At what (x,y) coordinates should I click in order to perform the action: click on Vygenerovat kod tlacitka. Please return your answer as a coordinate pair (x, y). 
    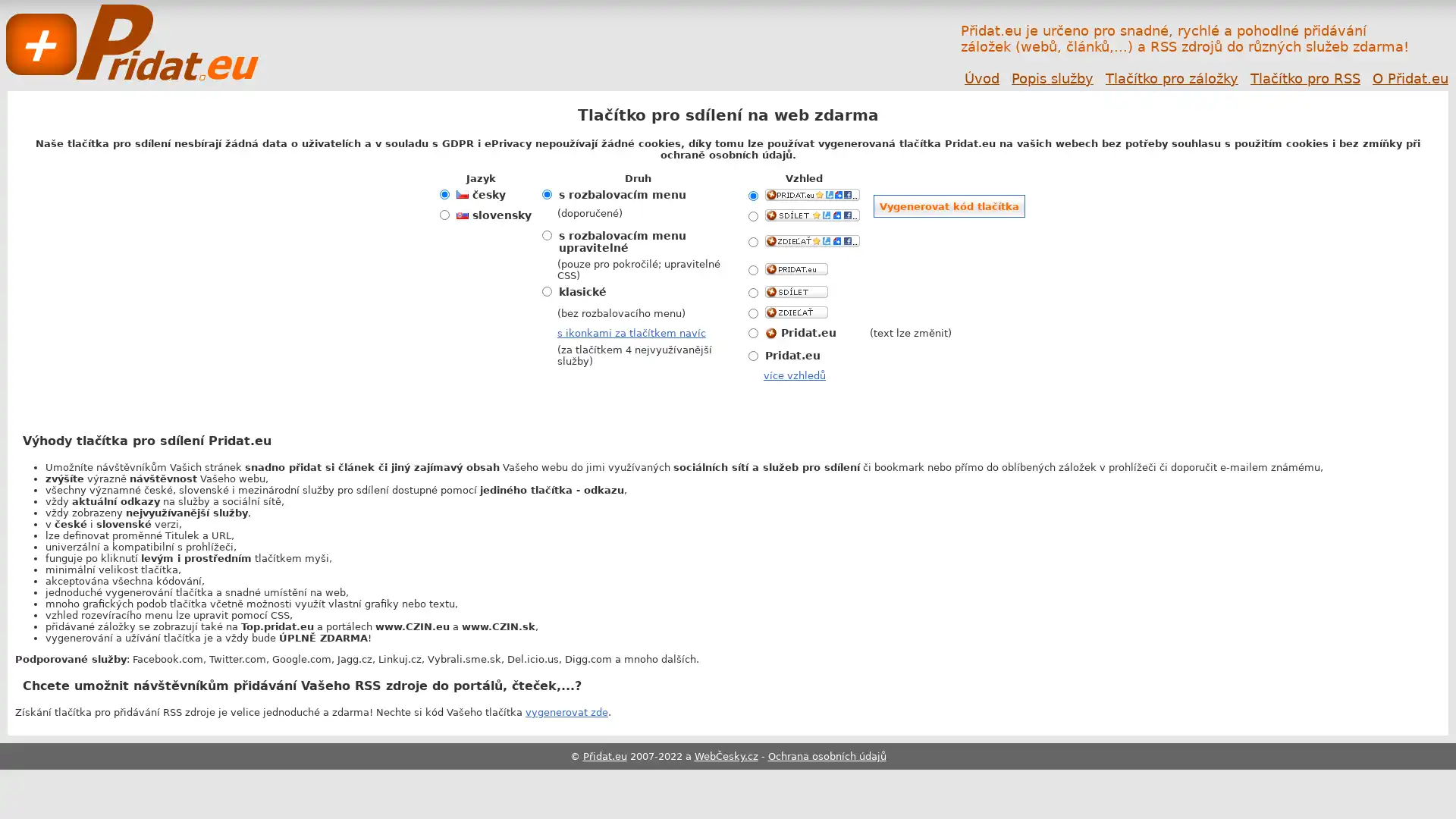
    Looking at the image, I should click on (949, 206).